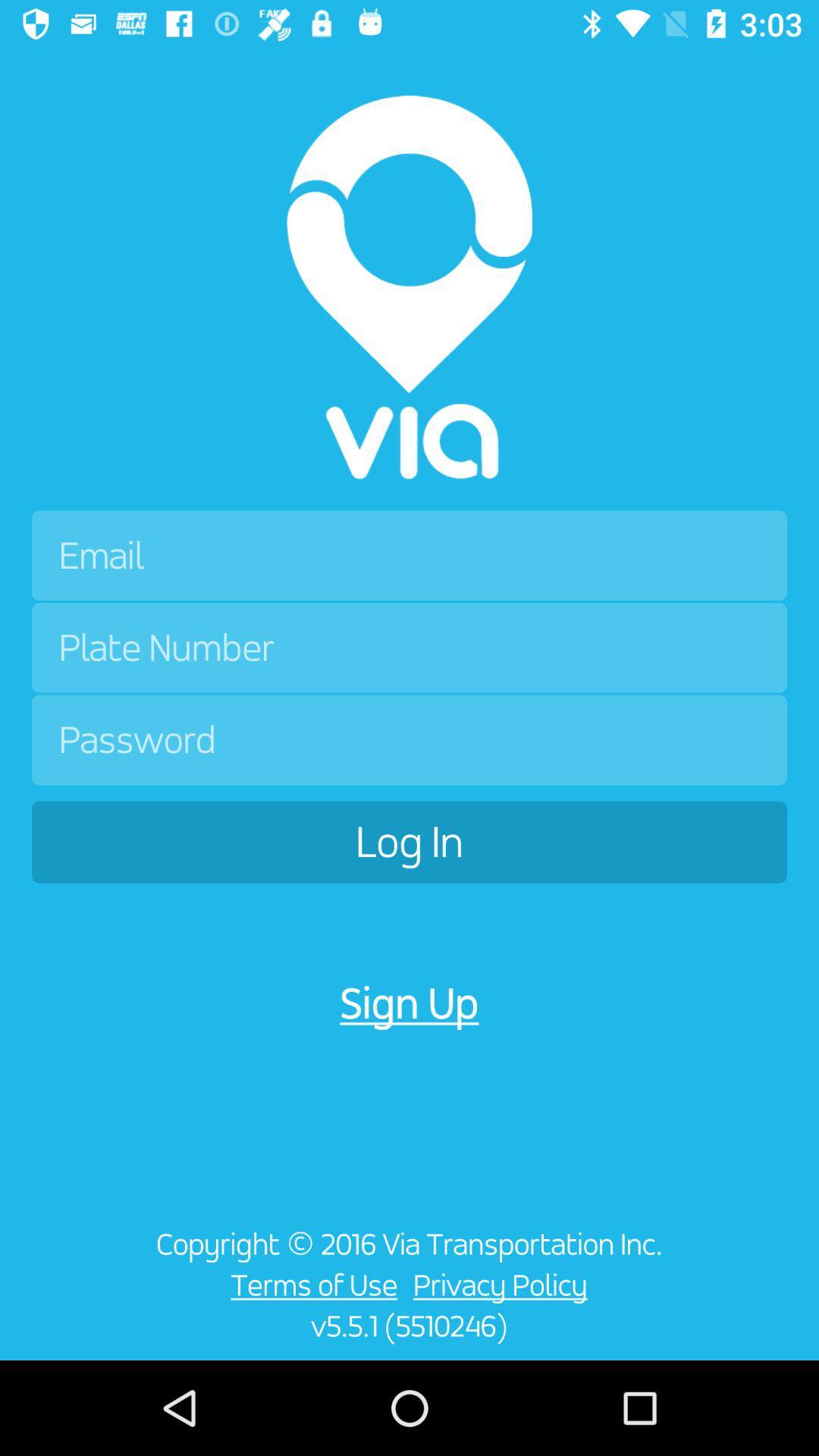 This screenshot has height=1456, width=819. I want to click on the terms of use, so click(309, 1284).